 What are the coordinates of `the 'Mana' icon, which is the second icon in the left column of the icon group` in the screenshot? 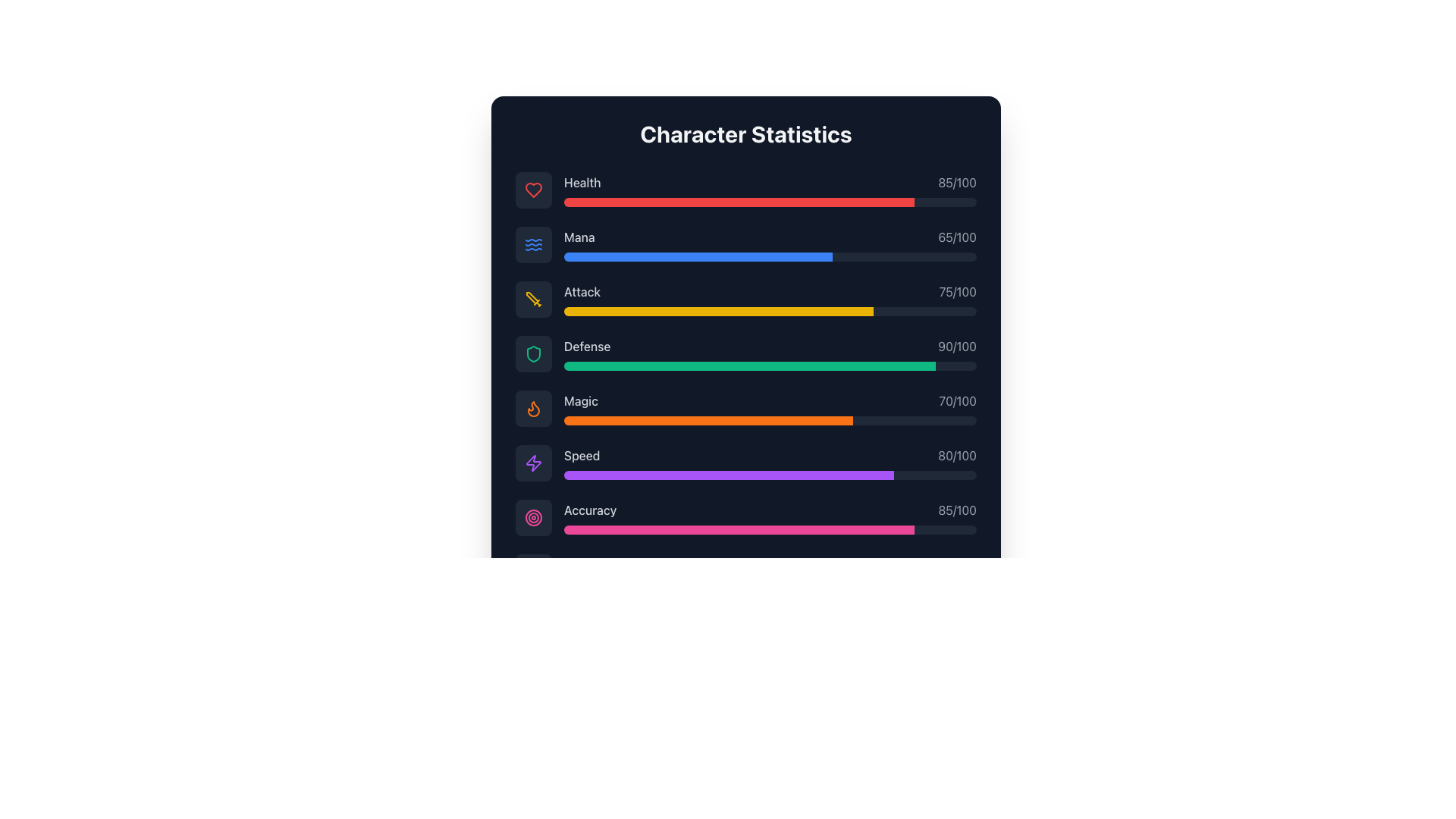 It's located at (534, 244).